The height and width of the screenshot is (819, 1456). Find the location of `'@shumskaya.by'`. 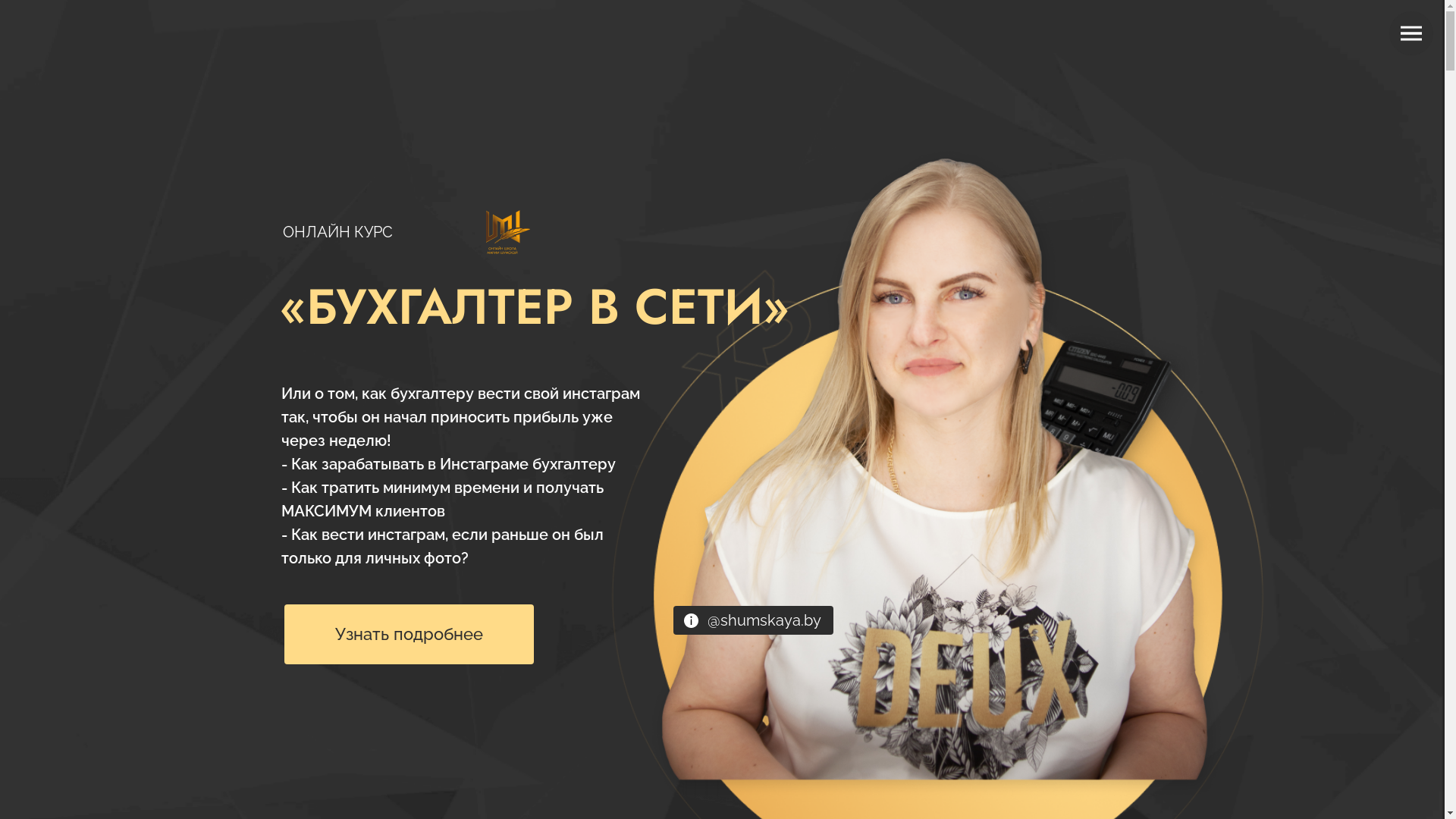

'@shumskaya.by' is located at coordinates (764, 620).